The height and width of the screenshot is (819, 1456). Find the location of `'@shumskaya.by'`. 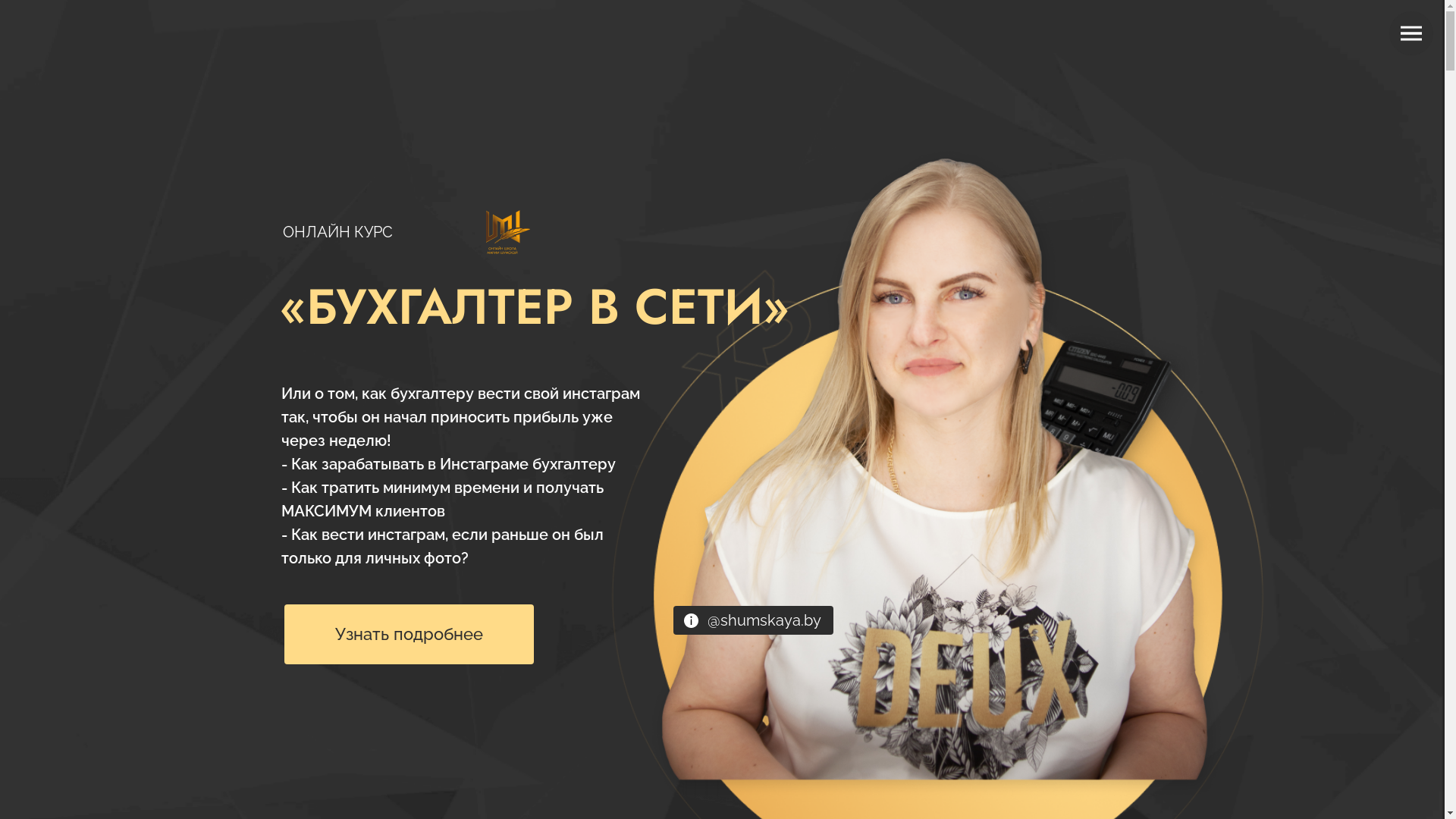

'@shumskaya.by' is located at coordinates (764, 620).